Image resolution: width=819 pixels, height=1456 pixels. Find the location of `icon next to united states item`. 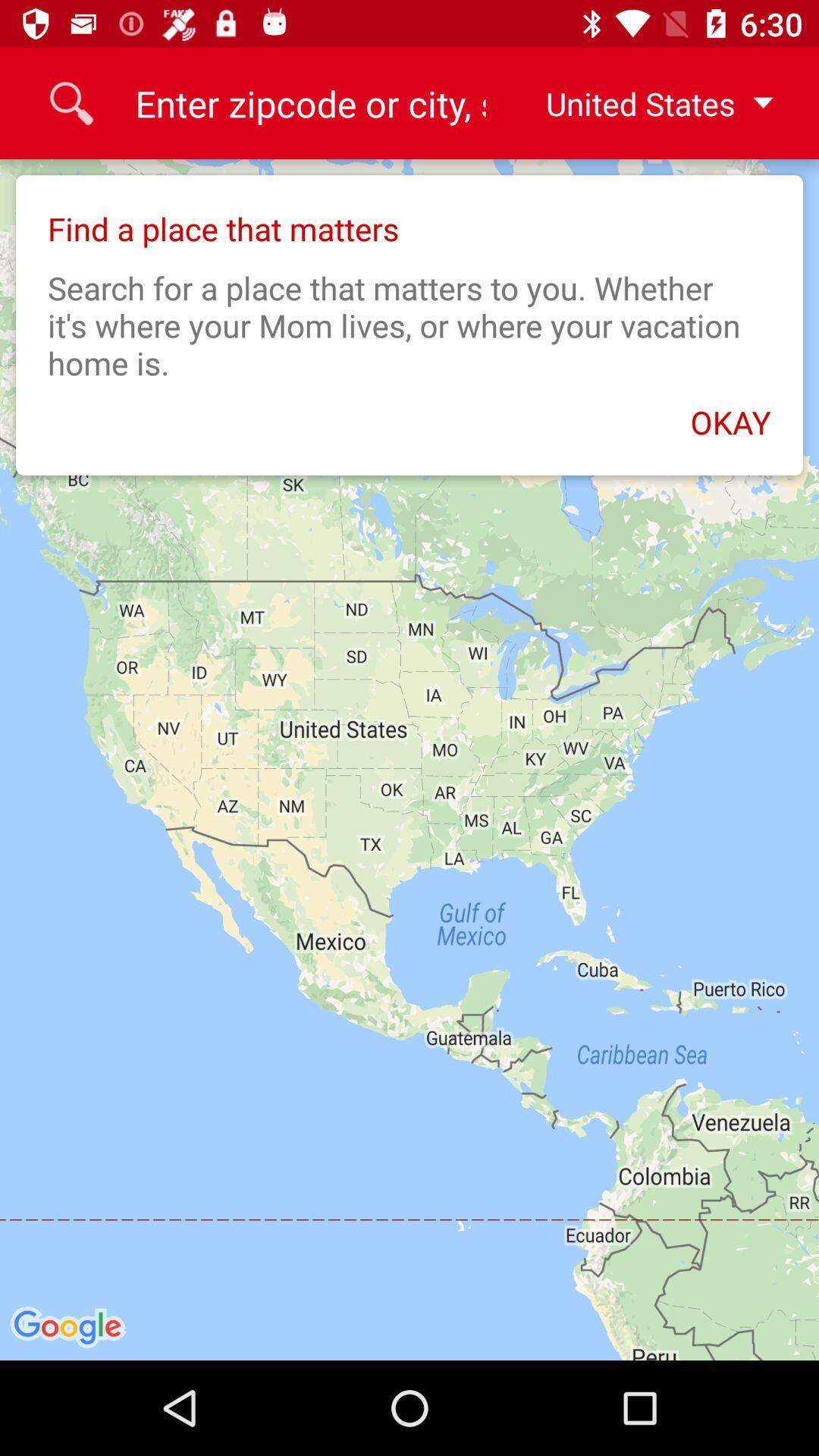

icon next to united states item is located at coordinates (309, 102).